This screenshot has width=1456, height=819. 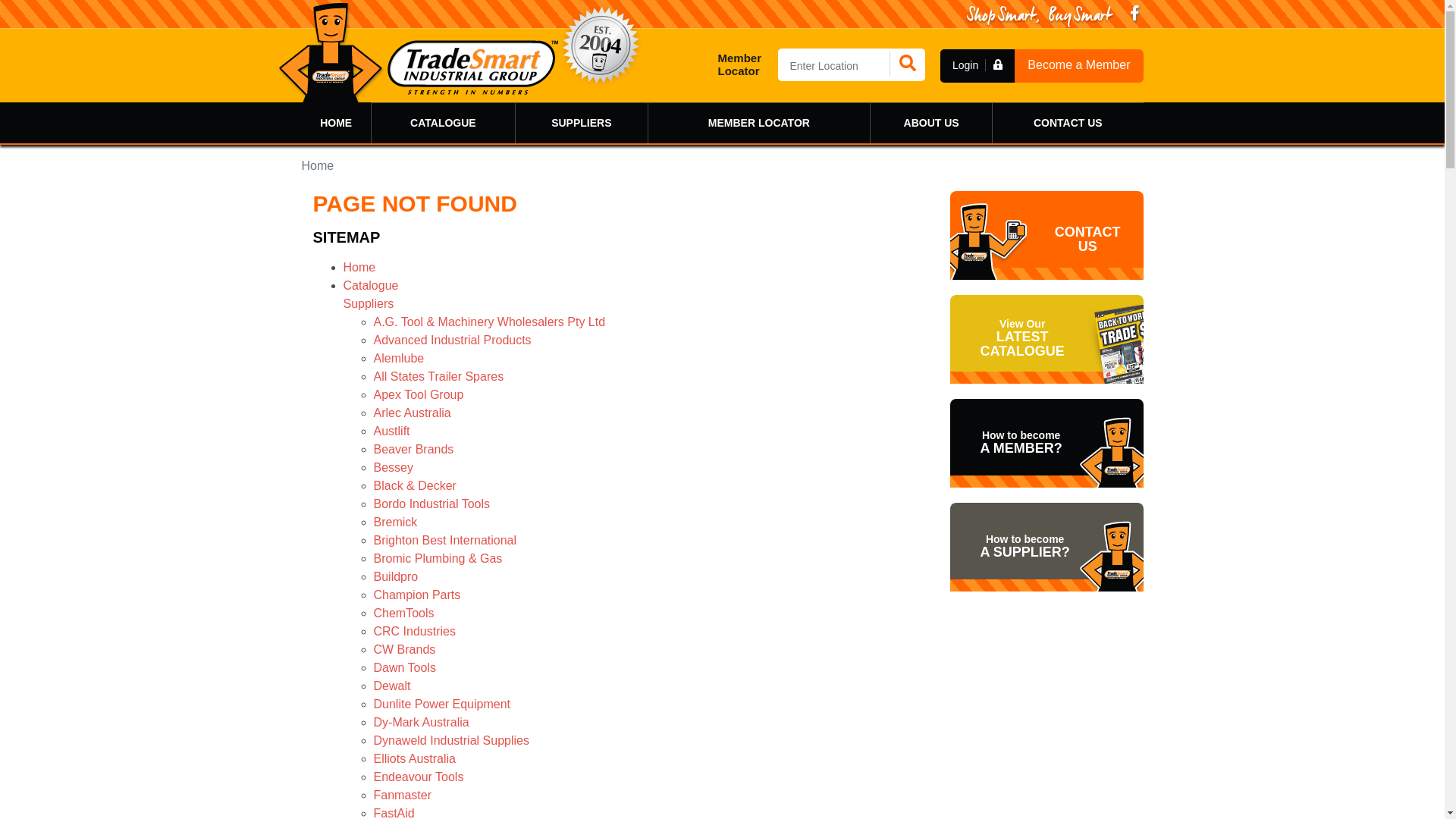 What do you see at coordinates (870, 122) in the screenshot?
I see `'ABOUT US'` at bounding box center [870, 122].